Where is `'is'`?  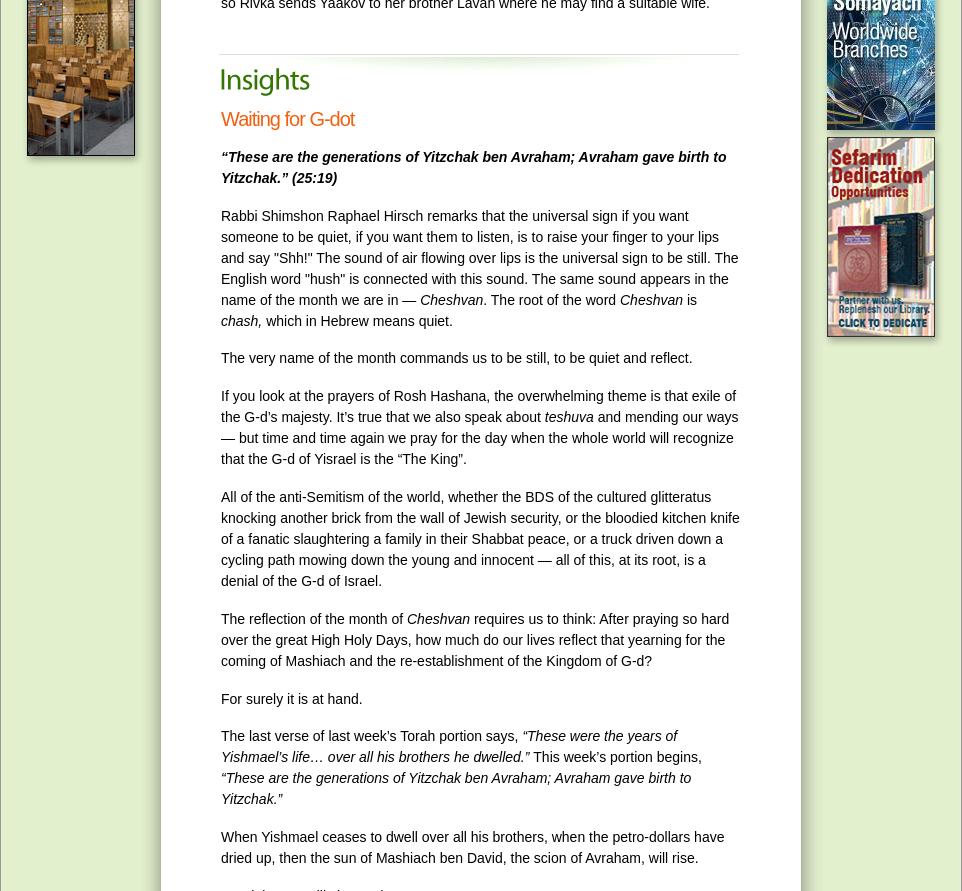 'is' is located at coordinates (689, 298).